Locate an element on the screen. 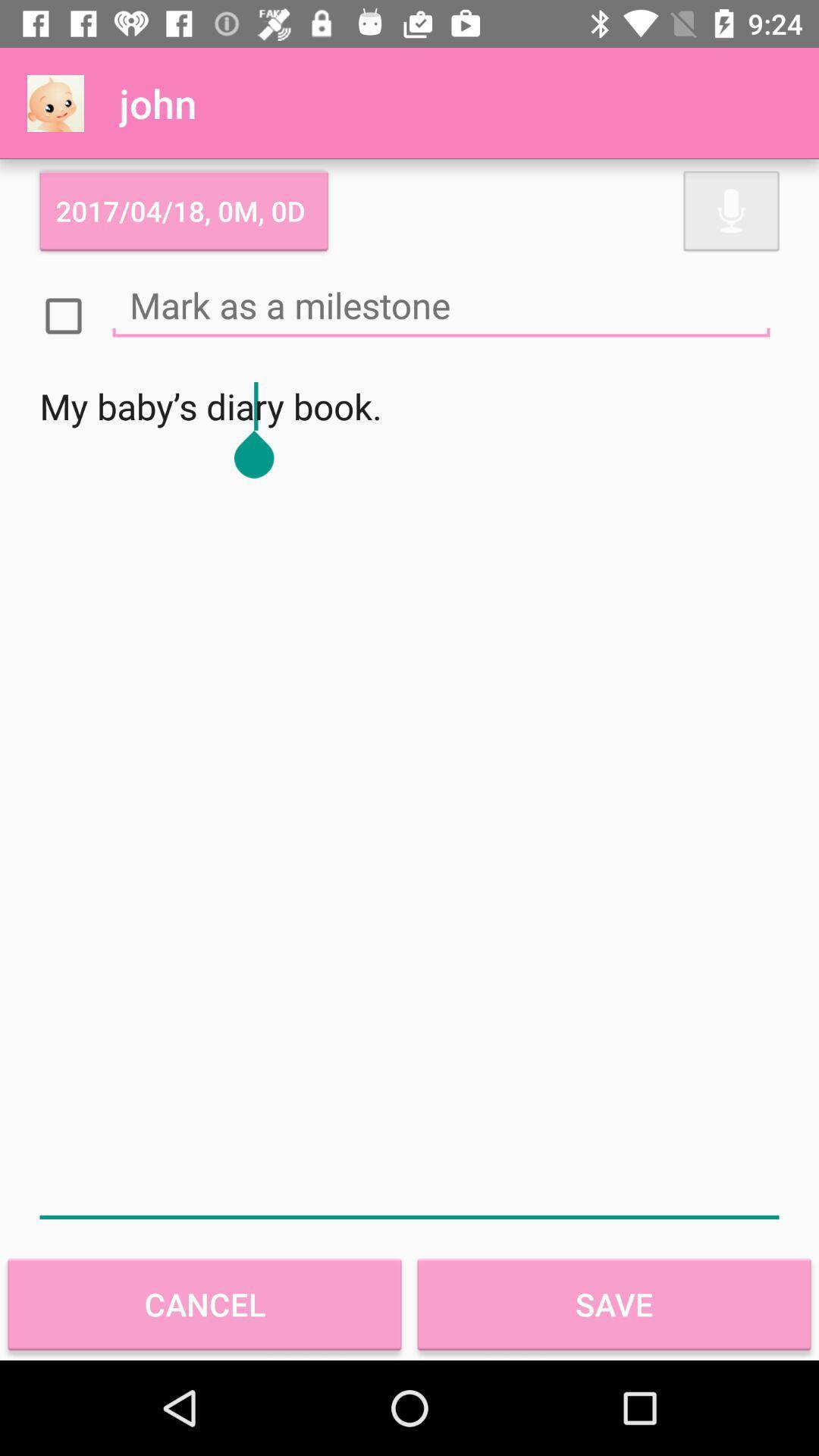 This screenshot has width=819, height=1456. the item above 2017 04 18 is located at coordinates (55, 102).